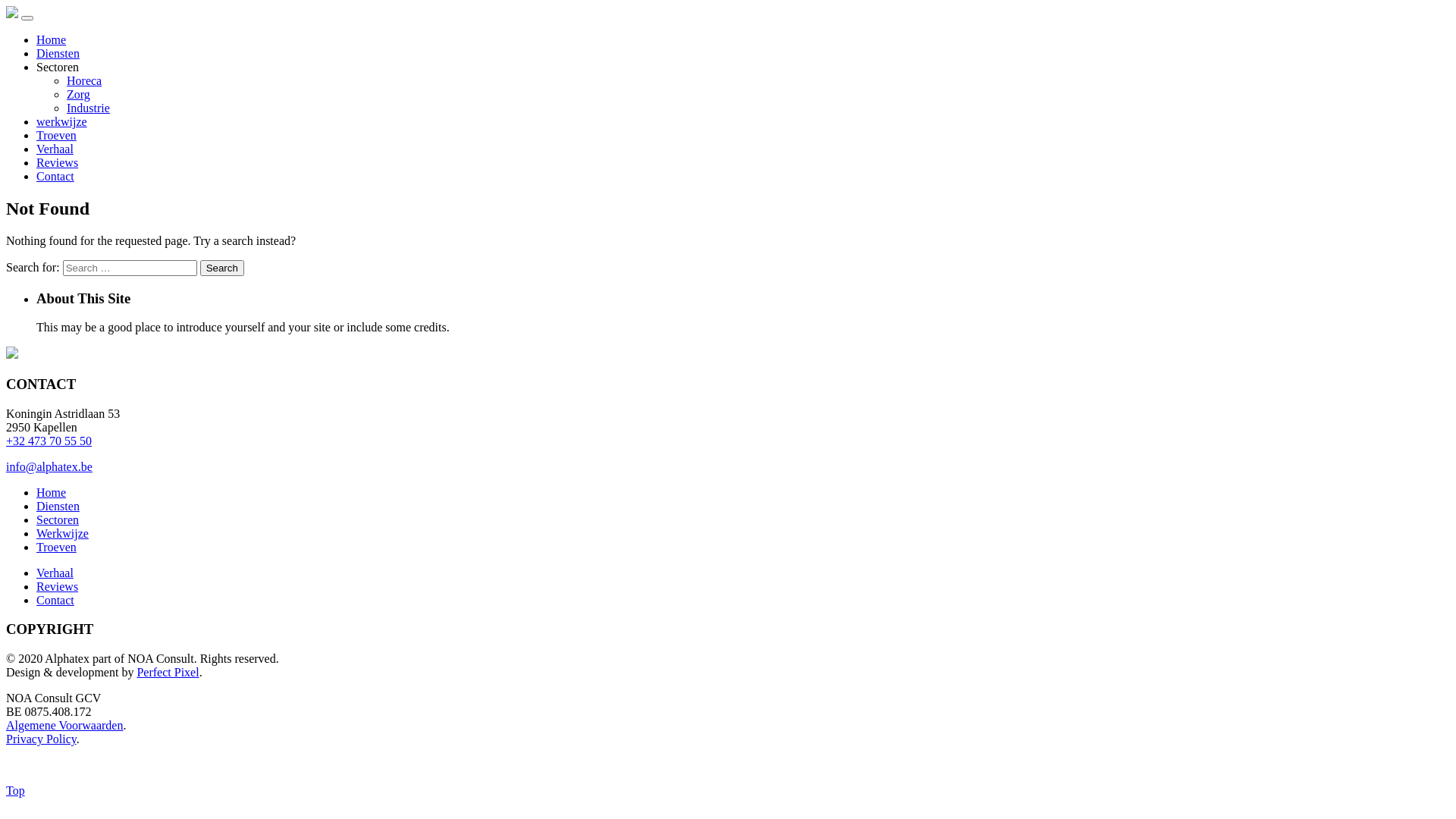  What do you see at coordinates (77, 94) in the screenshot?
I see `'Zorg'` at bounding box center [77, 94].